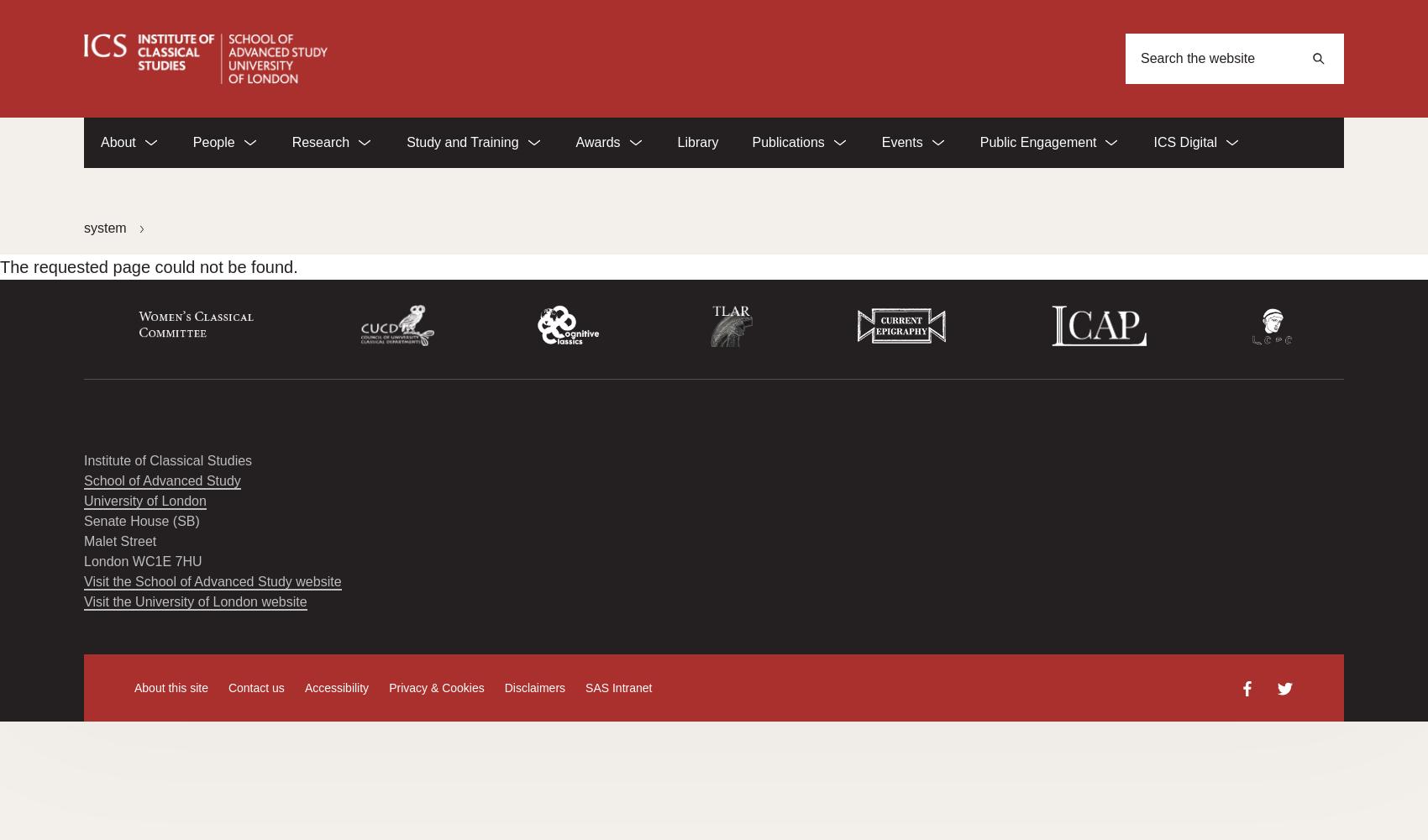  What do you see at coordinates (83, 540) in the screenshot?
I see `'Malet Street'` at bounding box center [83, 540].